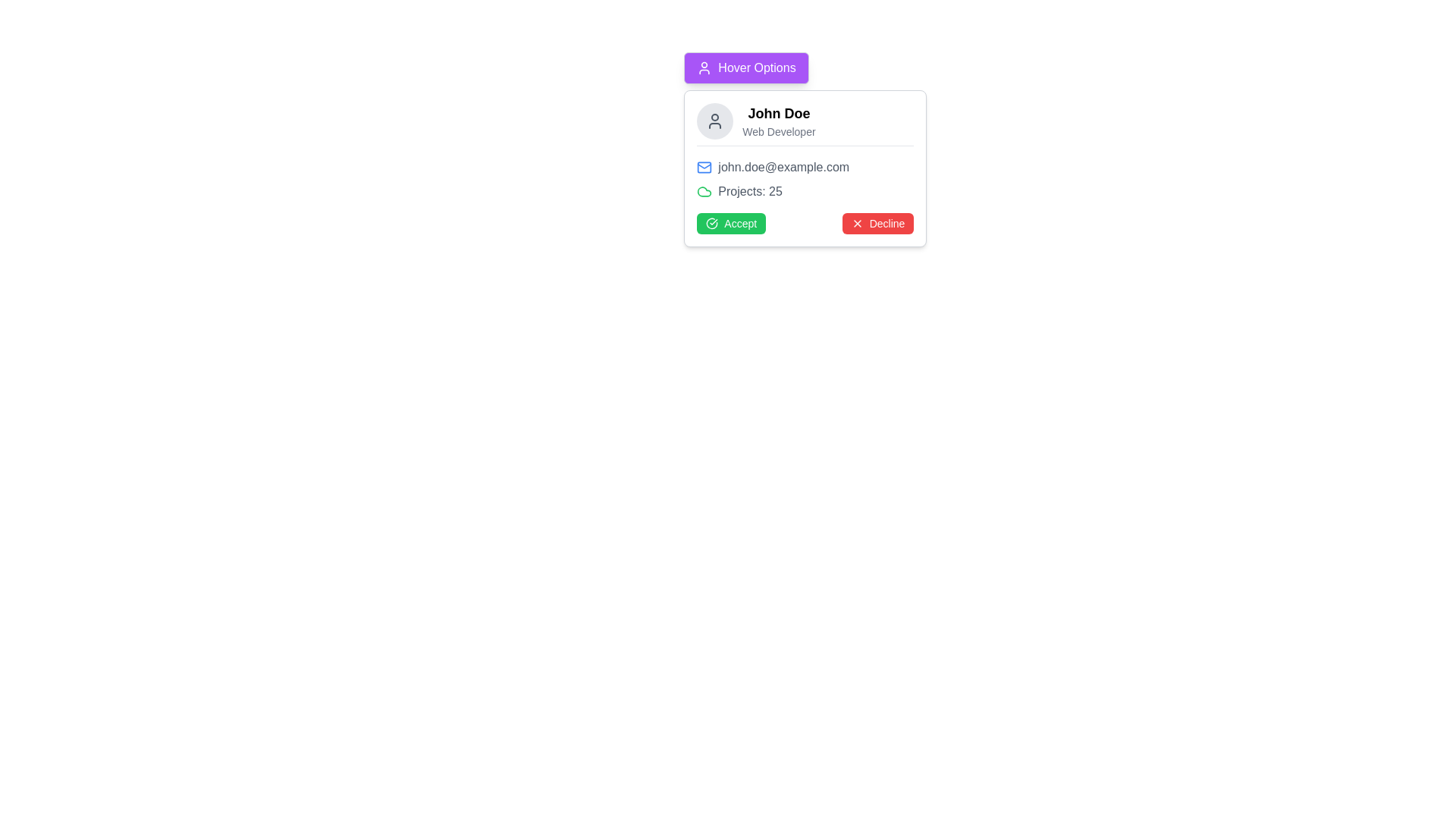 This screenshot has height=819, width=1456. I want to click on the composite text element displaying the user's name and profession, located in the upper-middle portion of the user profile interface, so click(779, 120).